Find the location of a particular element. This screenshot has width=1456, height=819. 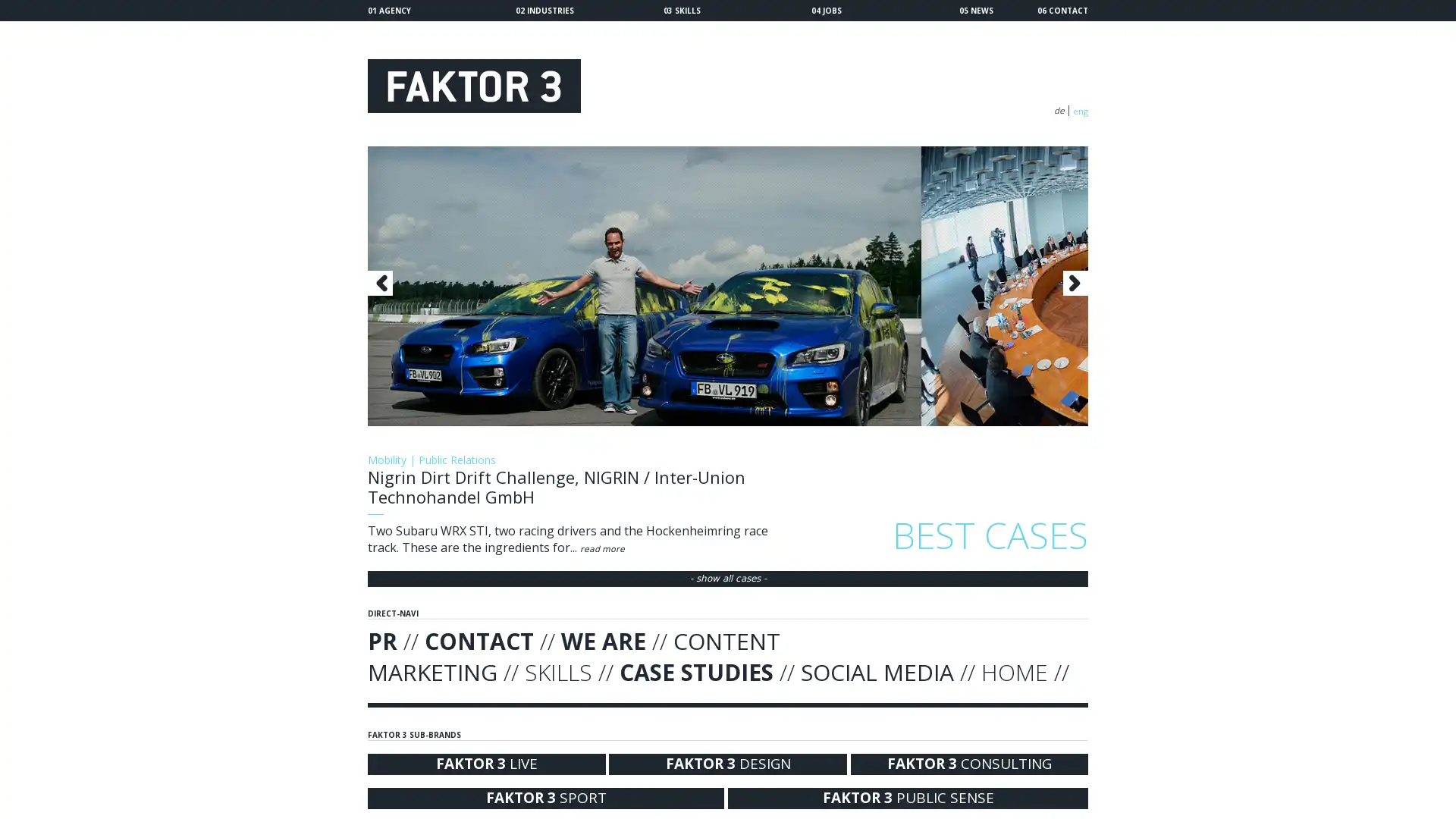

01 AGENCY is located at coordinates (389, 11).